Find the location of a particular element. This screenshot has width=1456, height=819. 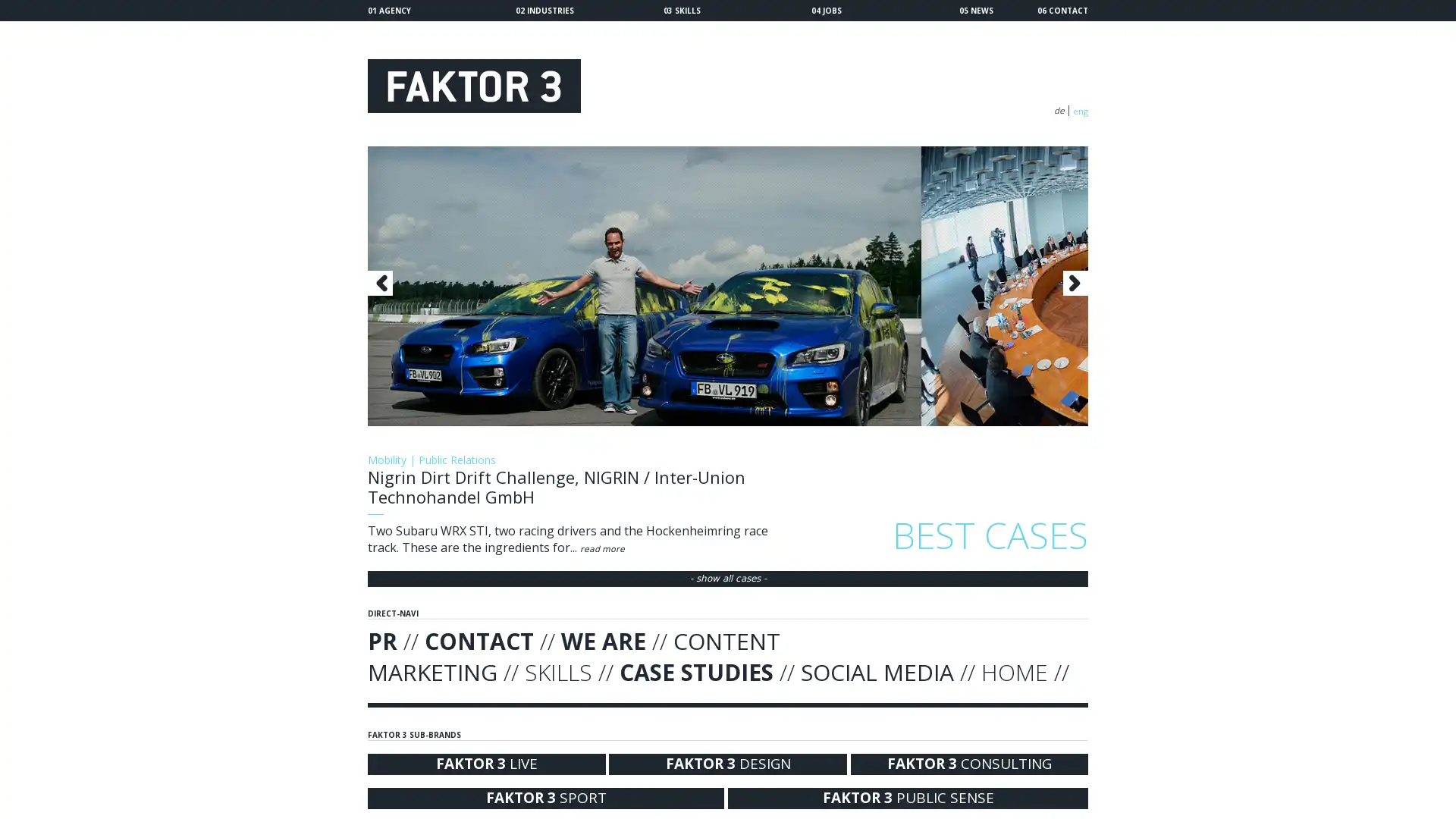

01 AGENCY is located at coordinates (389, 11).